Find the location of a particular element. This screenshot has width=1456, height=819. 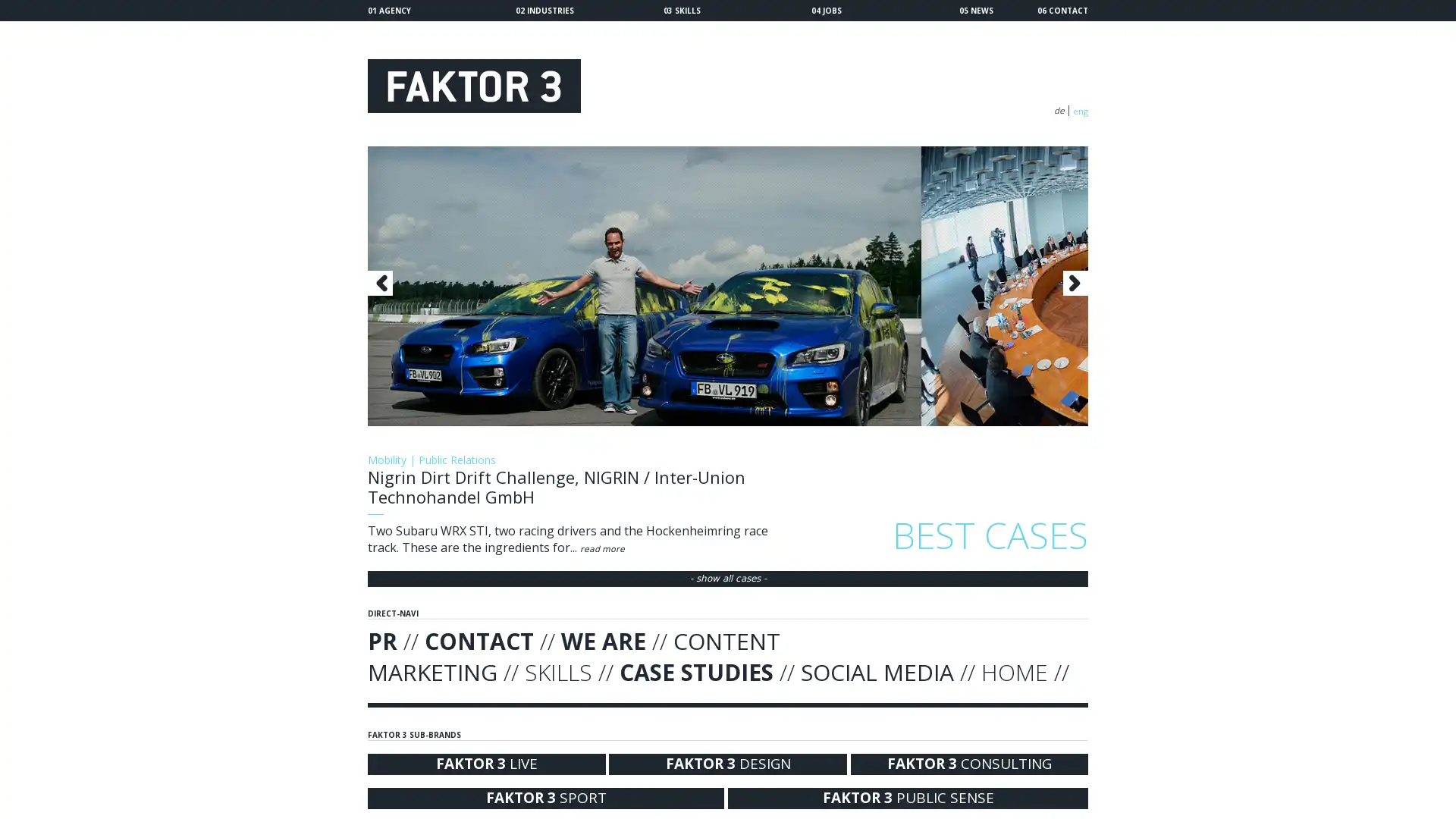

01 AGENCY is located at coordinates (389, 11).